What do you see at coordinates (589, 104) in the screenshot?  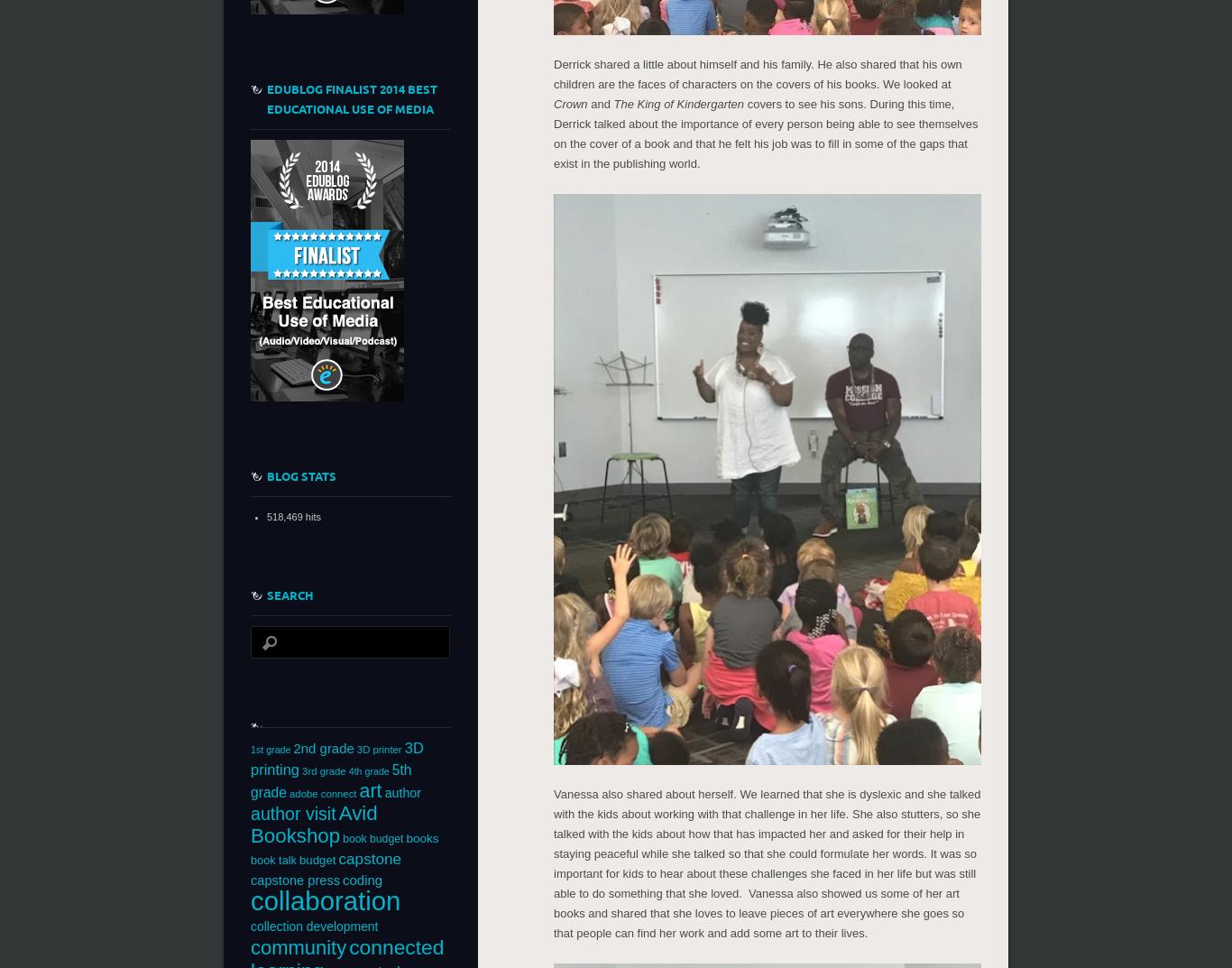 I see `'and'` at bounding box center [589, 104].